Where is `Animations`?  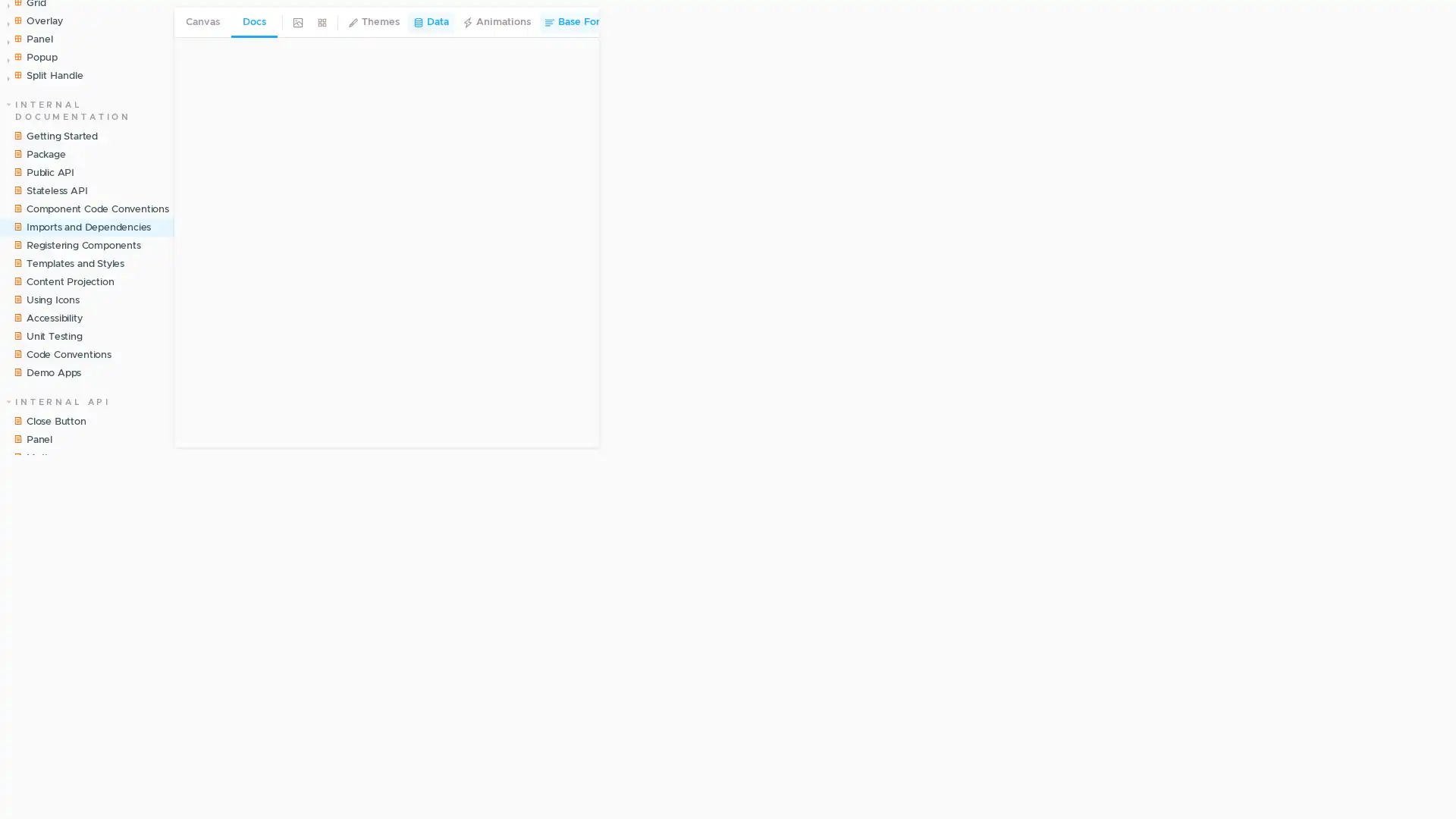
Animations is located at coordinates (496, 23).